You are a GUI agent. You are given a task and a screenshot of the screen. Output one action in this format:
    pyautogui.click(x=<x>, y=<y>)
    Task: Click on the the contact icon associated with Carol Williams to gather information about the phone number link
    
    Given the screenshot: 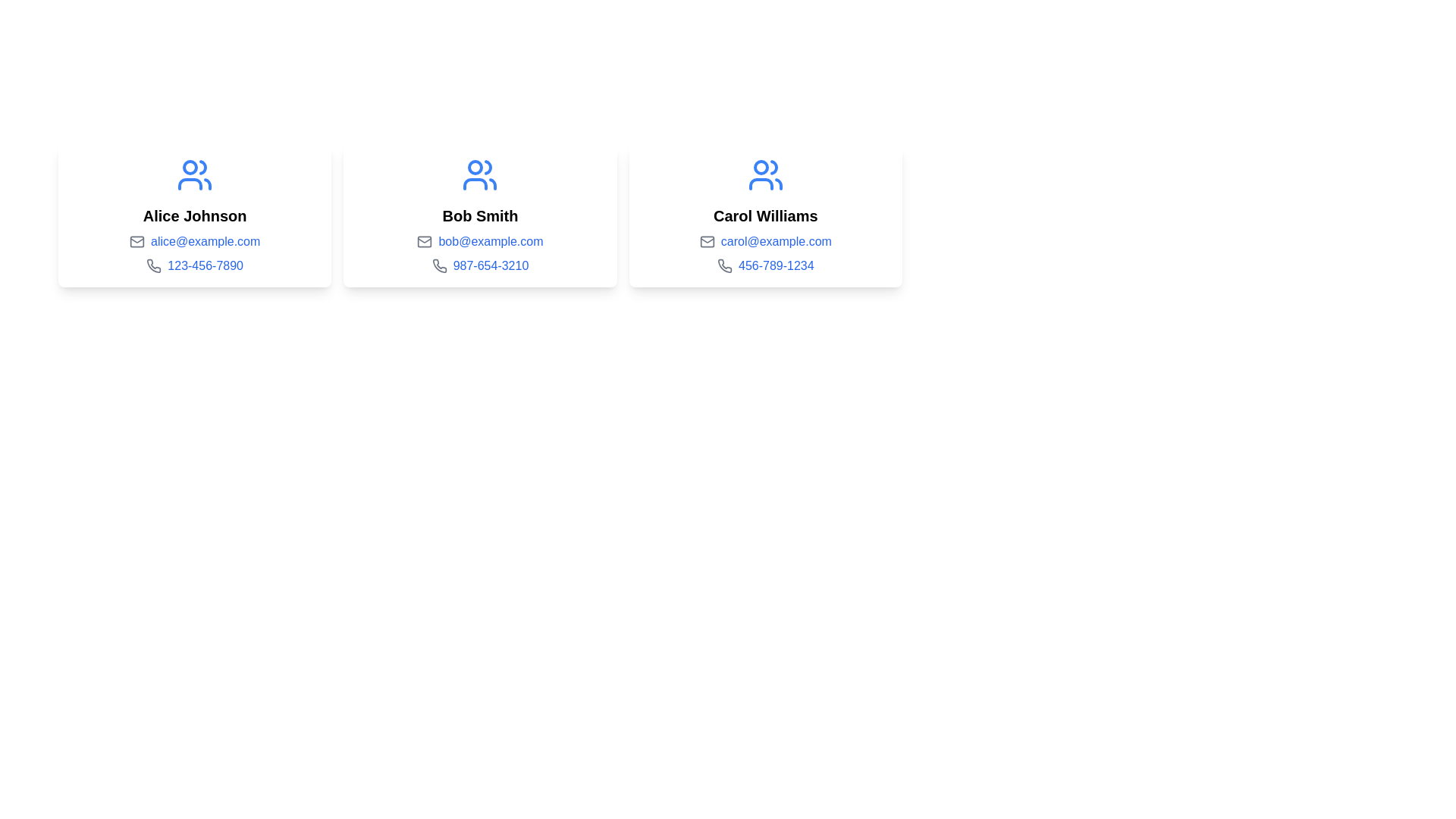 What is the action you would take?
    pyautogui.click(x=723, y=265)
    